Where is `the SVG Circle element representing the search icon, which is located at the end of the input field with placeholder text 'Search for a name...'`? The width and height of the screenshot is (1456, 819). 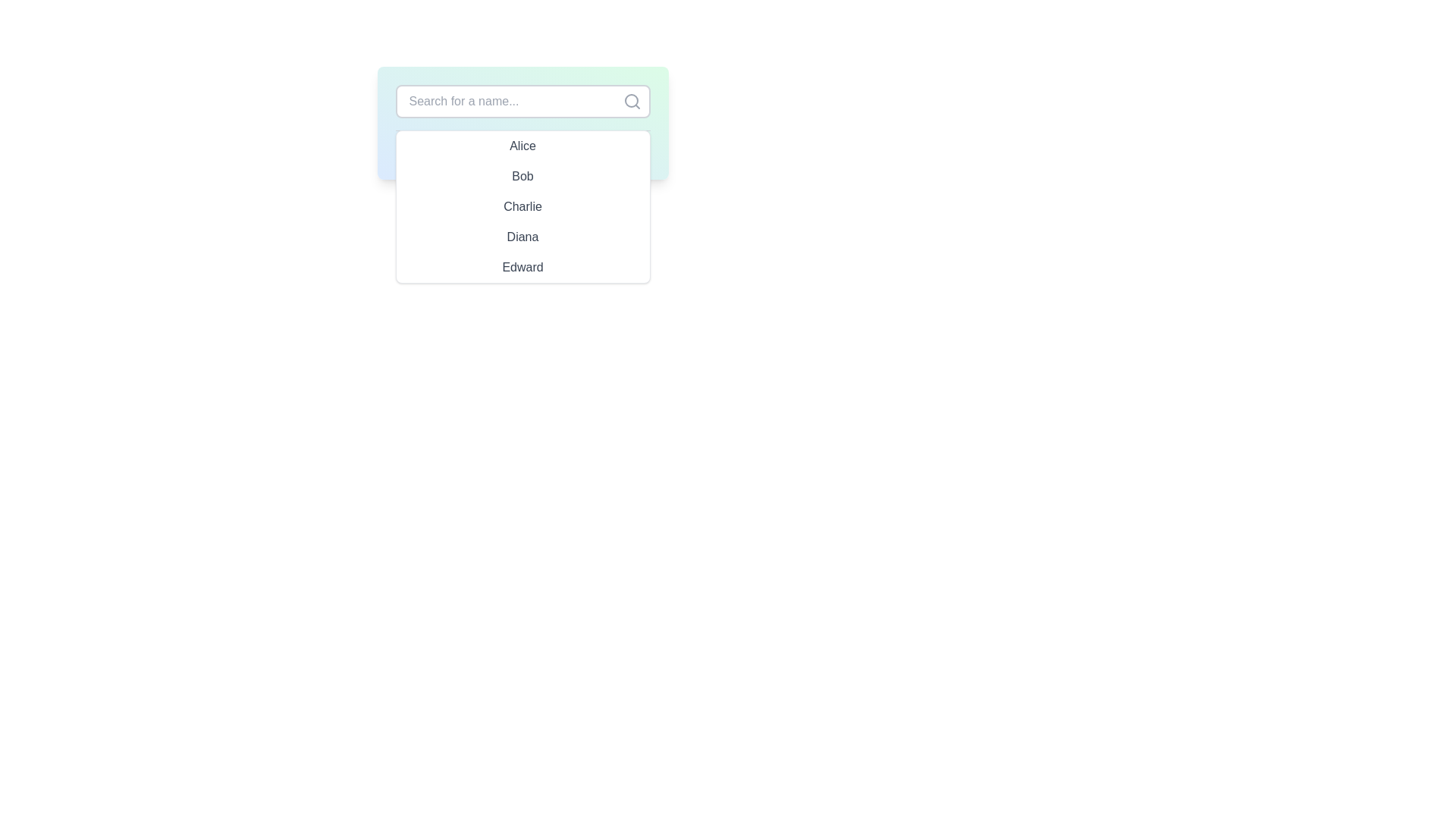
the SVG Circle element representing the search icon, which is located at the end of the input field with placeholder text 'Search for a name...' is located at coordinates (631, 100).